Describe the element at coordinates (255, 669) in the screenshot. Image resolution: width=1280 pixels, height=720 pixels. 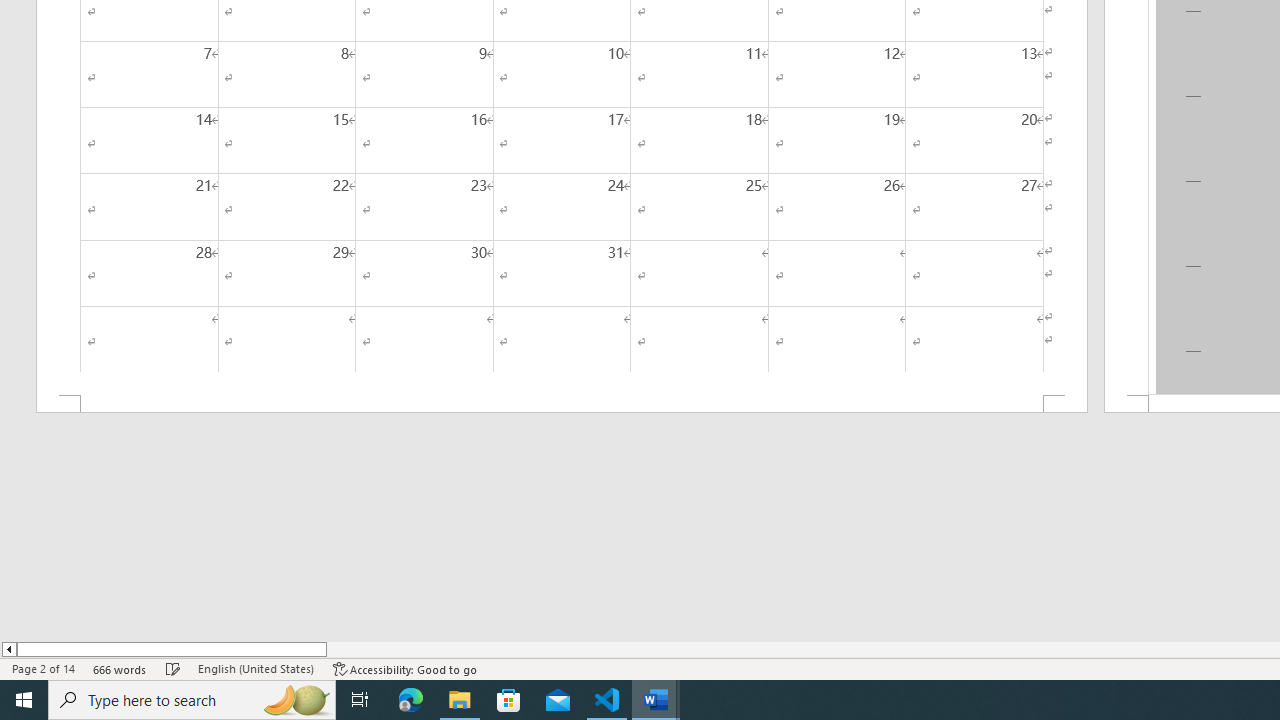
I see `'Language English (United States)'` at that location.